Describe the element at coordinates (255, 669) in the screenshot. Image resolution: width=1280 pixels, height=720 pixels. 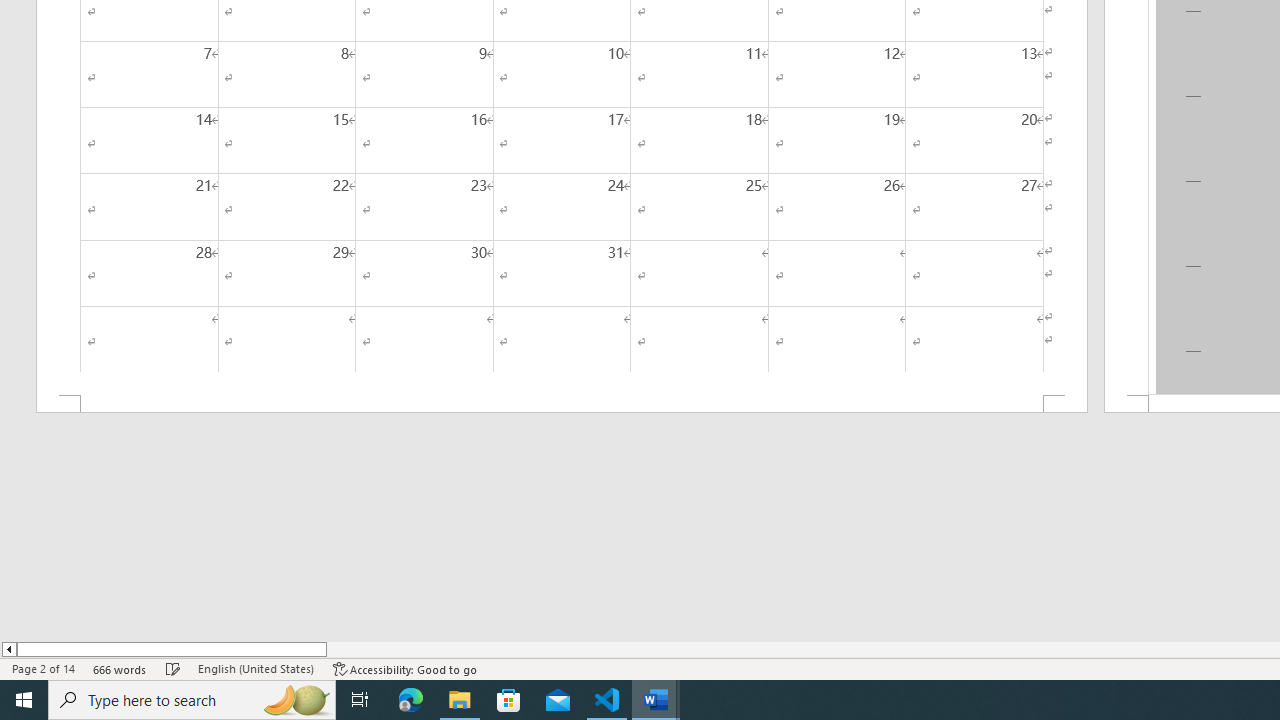
I see `'Language English (United States)'` at that location.